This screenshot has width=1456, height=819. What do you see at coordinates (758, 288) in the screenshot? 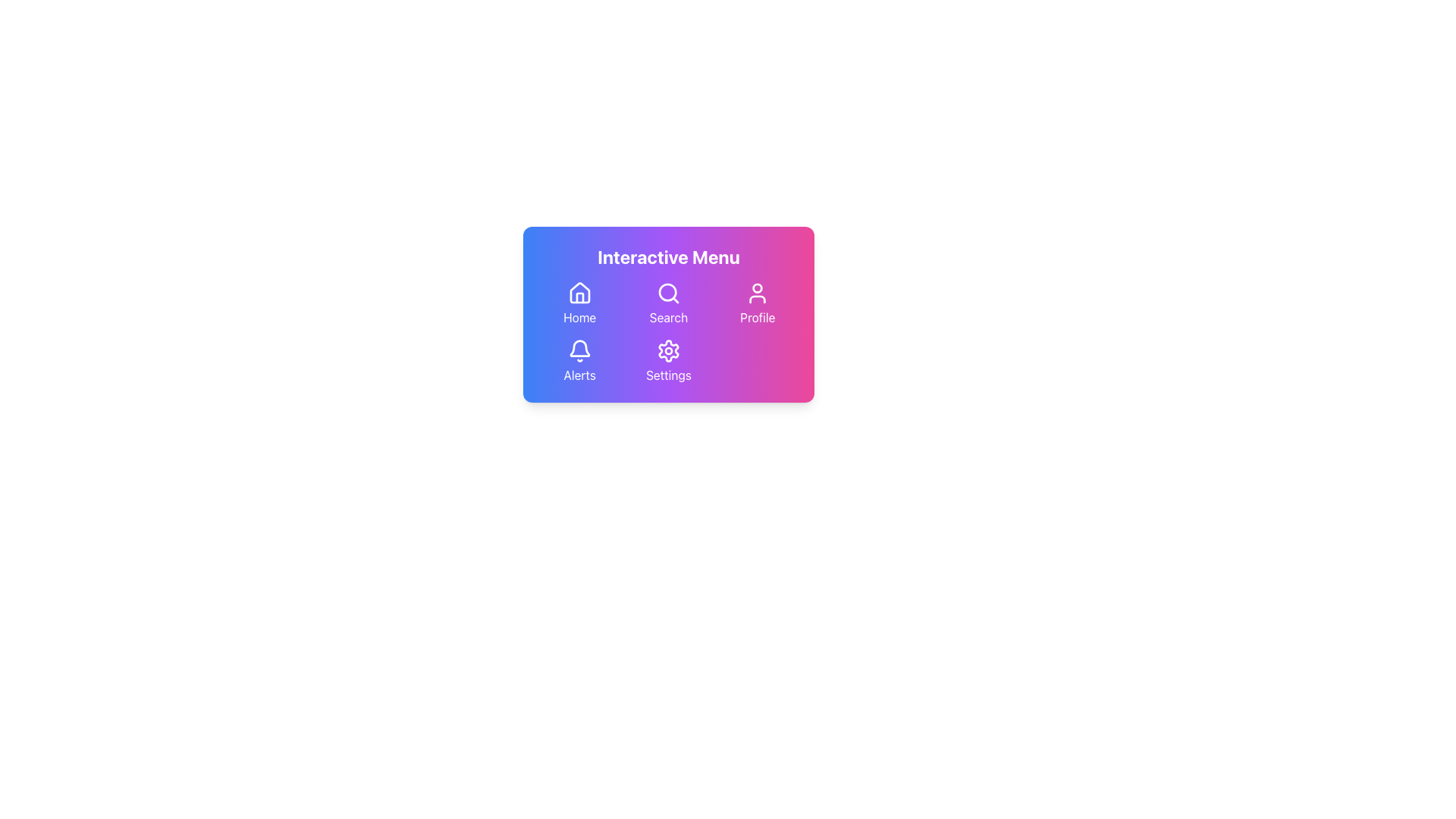
I see `the profile representation graphic component located at the top-center of the interactive menu` at bounding box center [758, 288].